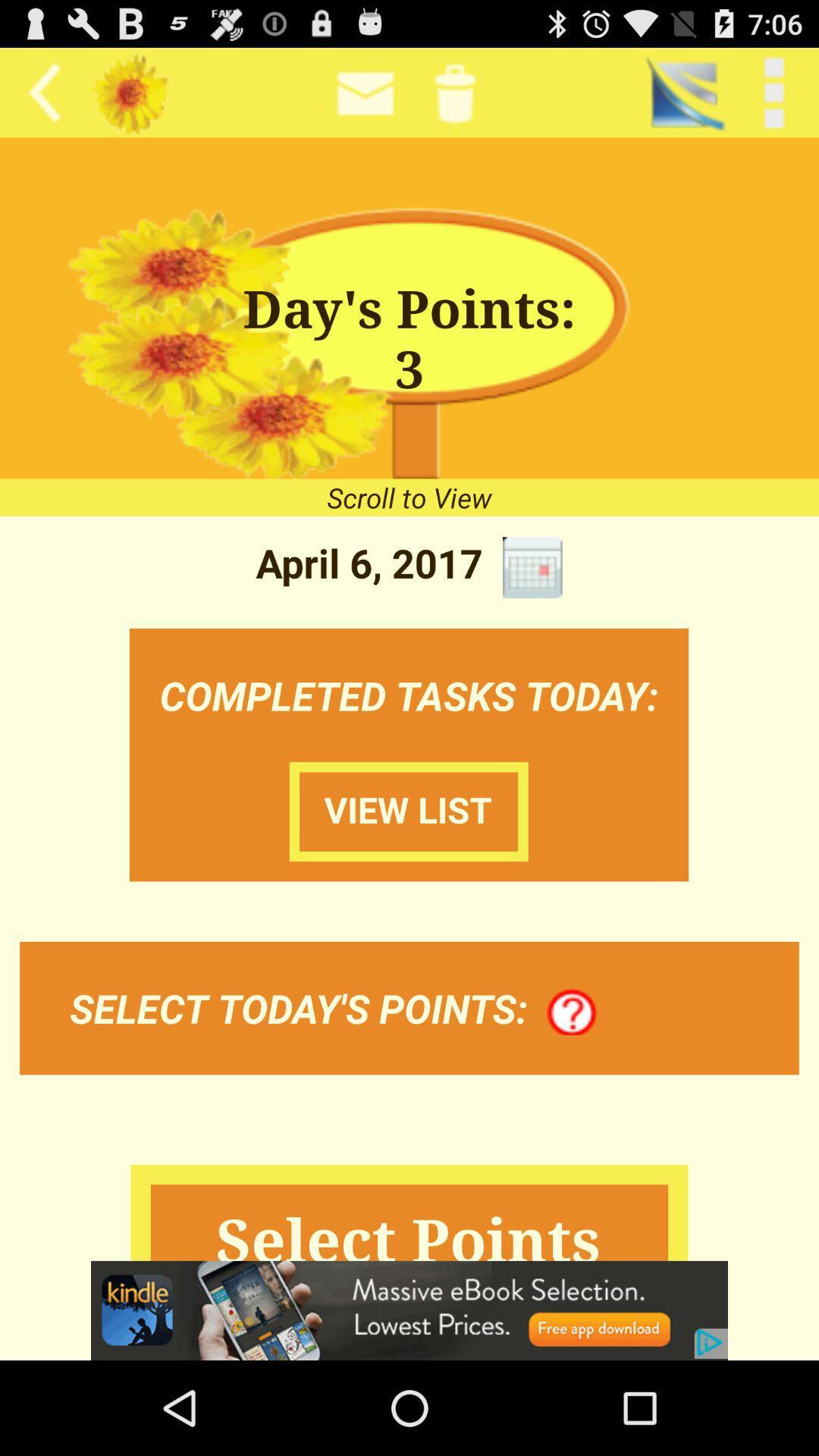 This screenshot has height=1456, width=819. What do you see at coordinates (408, 811) in the screenshot?
I see `item above the select today s item` at bounding box center [408, 811].